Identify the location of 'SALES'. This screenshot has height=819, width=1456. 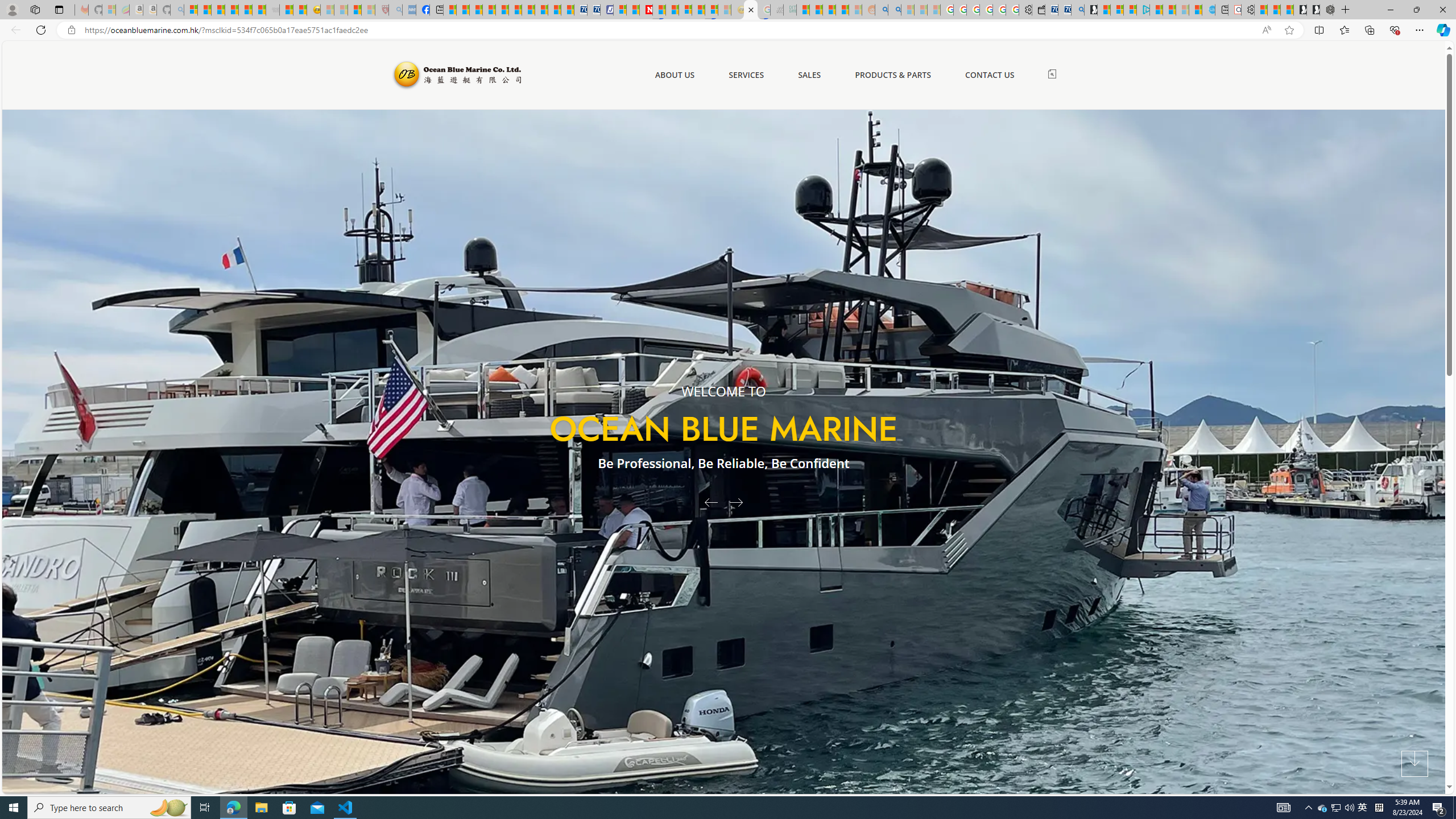
(809, 75).